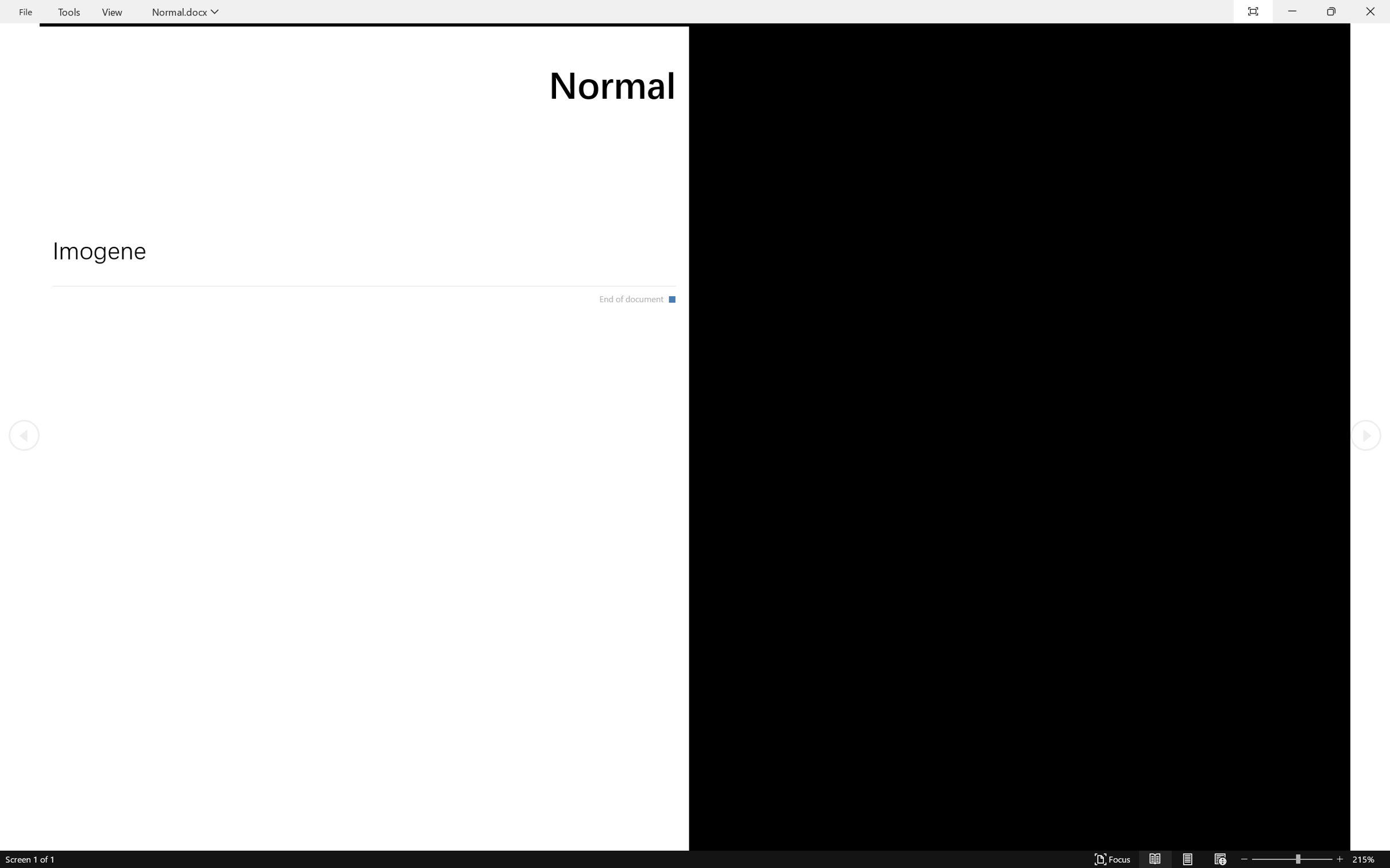  Describe the element at coordinates (407, 71) in the screenshot. I see `'Columns'` at that location.